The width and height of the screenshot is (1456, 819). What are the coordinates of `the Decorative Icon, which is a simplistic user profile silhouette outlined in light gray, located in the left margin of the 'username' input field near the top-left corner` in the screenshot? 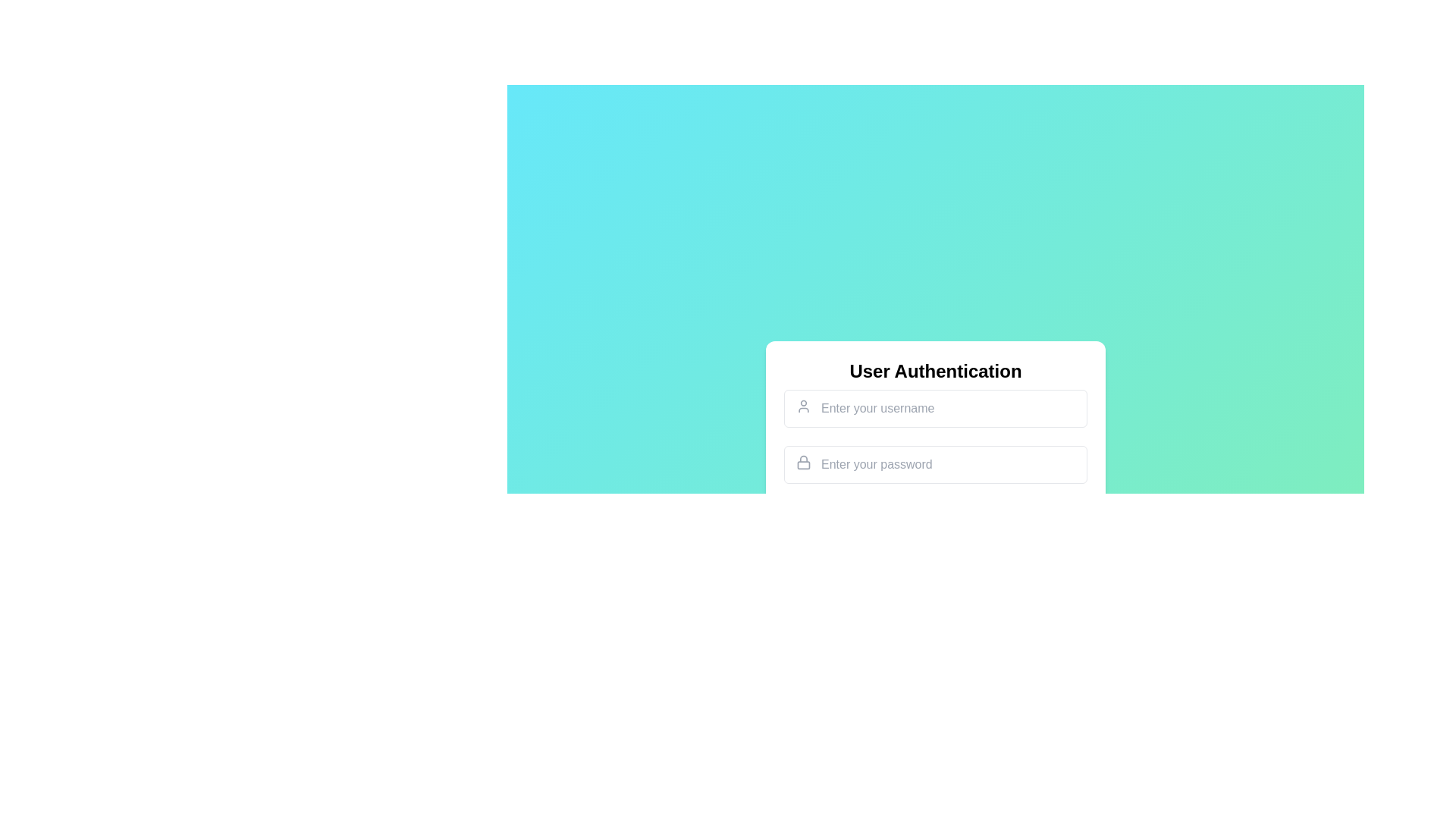 It's located at (803, 405).